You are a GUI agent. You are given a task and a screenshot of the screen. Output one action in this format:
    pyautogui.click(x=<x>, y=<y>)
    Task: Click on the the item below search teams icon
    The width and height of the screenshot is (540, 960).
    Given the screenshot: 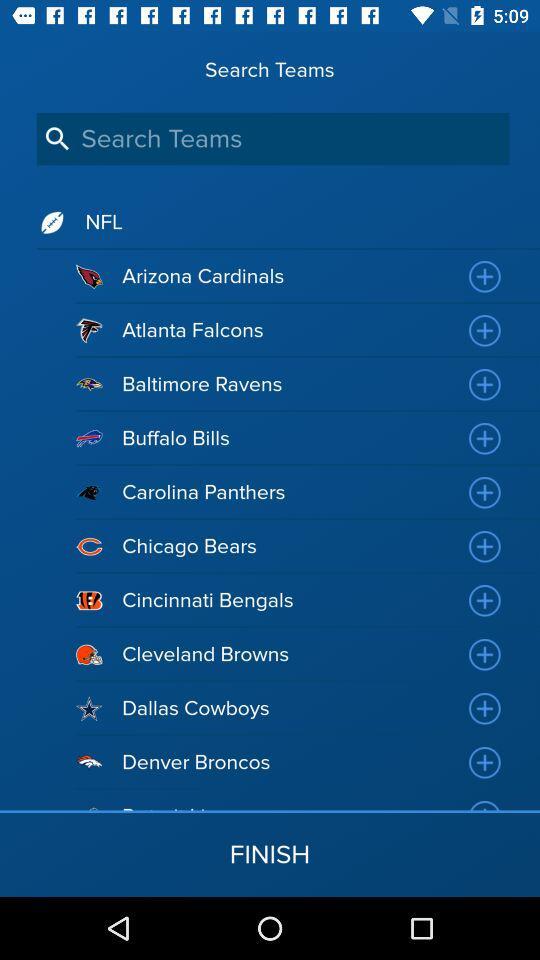 What is the action you would take?
    pyautogui.click(x=272, y=138)
    